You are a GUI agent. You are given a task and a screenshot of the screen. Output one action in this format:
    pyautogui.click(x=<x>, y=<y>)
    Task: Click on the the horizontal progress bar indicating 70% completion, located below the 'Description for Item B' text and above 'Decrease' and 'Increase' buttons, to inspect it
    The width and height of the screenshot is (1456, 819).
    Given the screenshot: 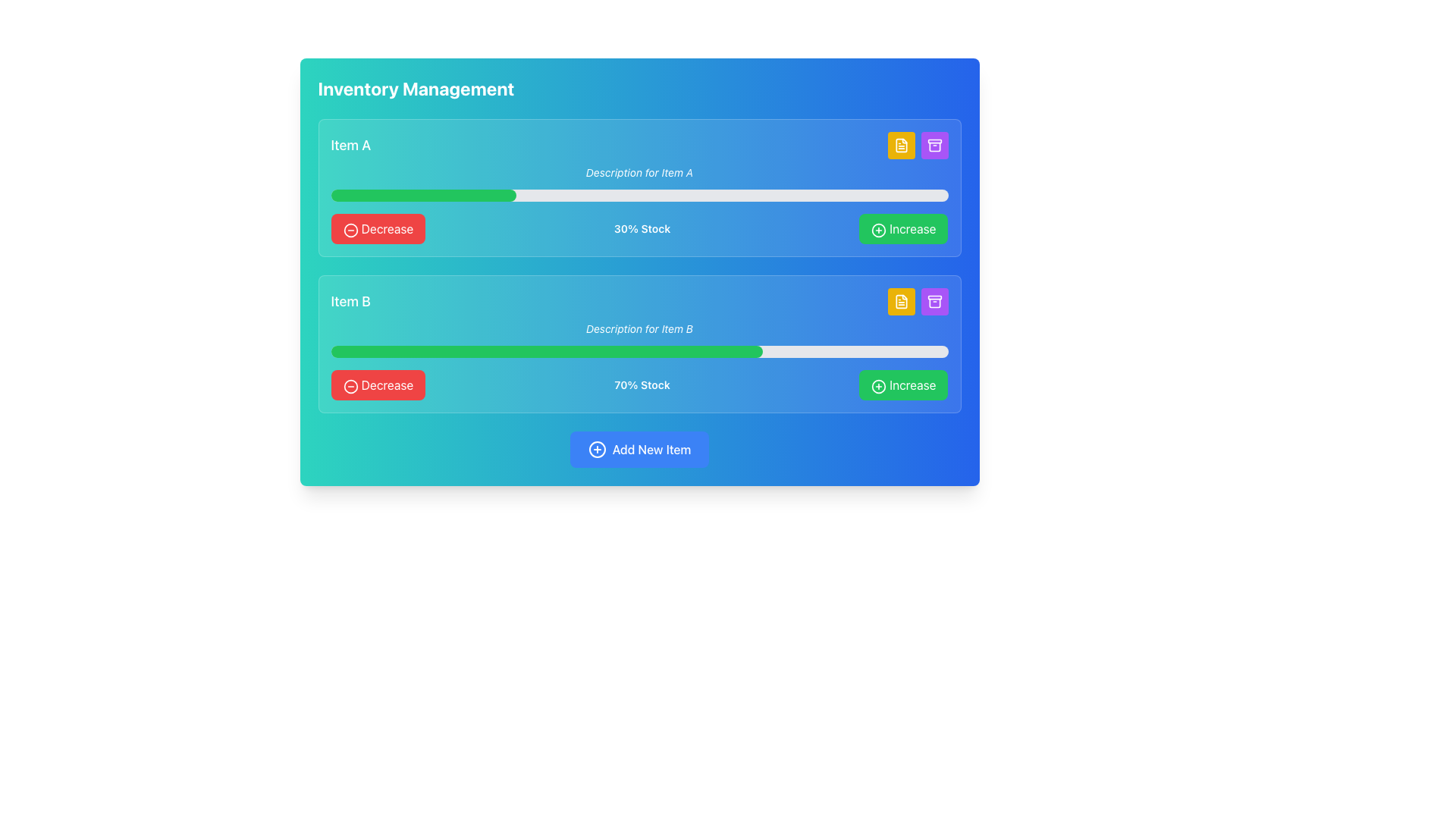 What is the action you would take?
    pyautogui.click(x=639, y=351)
    